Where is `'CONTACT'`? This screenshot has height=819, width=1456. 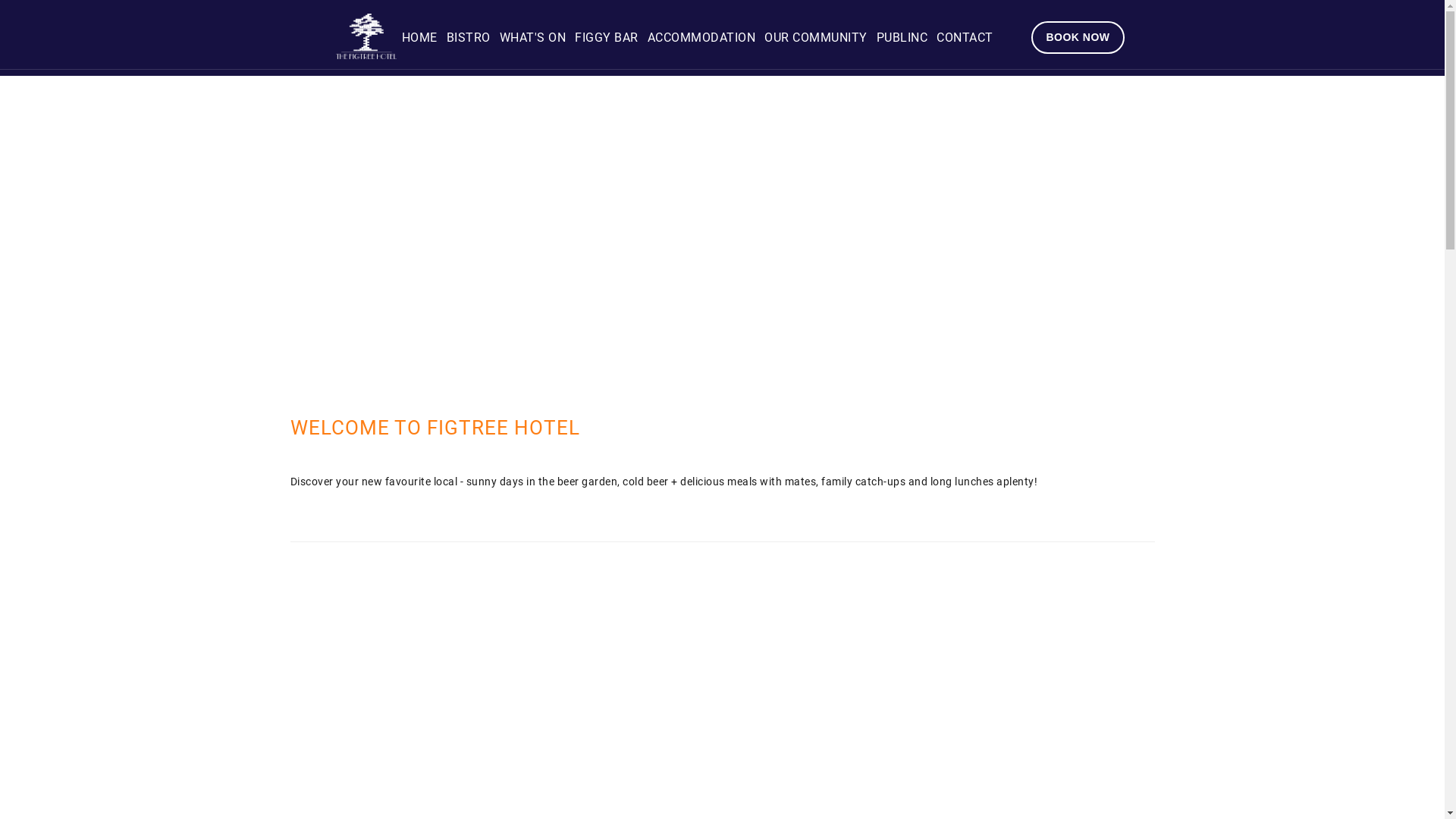 'CONTACT' is located at coordinates (964, 37).